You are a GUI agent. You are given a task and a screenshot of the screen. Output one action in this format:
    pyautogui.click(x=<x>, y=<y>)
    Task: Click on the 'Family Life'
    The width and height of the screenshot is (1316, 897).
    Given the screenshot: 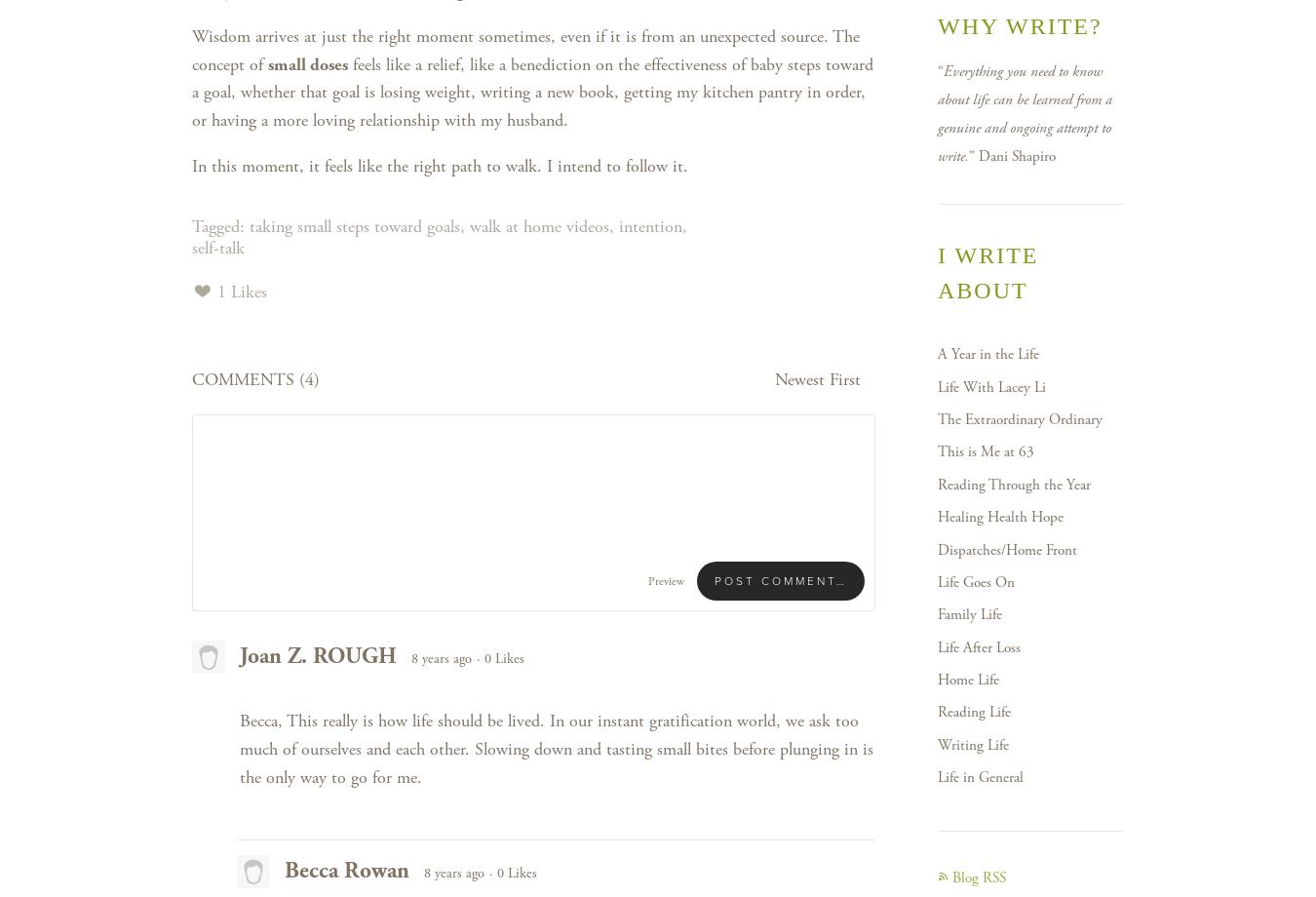 What is the action you would take?
    pyautogui.click(x=968, y=613)
    